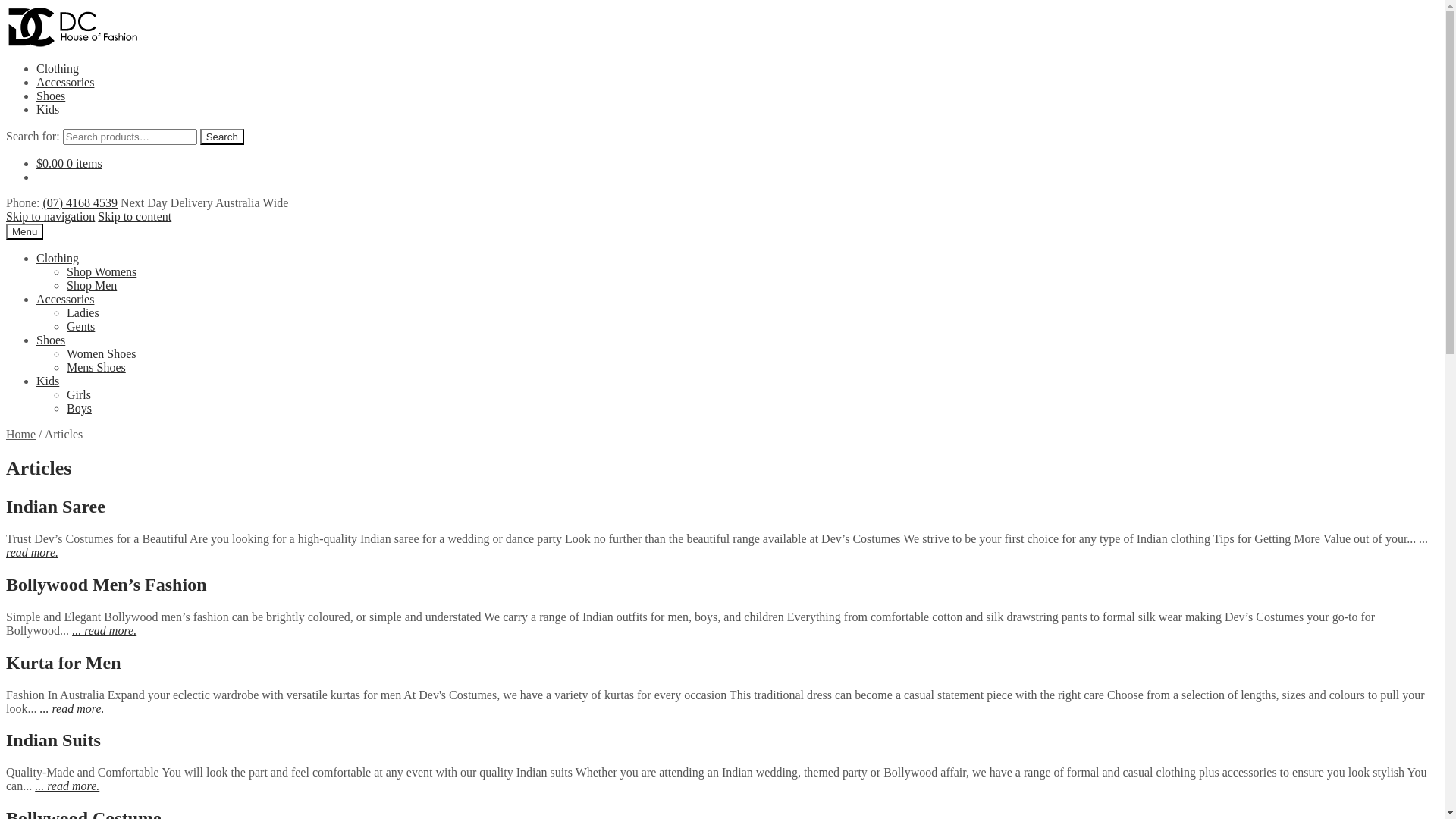  What do you see at coordinates (101, 271) in the screenshot?
I see `'Shop Womens'` at bounding box center [101, 271].